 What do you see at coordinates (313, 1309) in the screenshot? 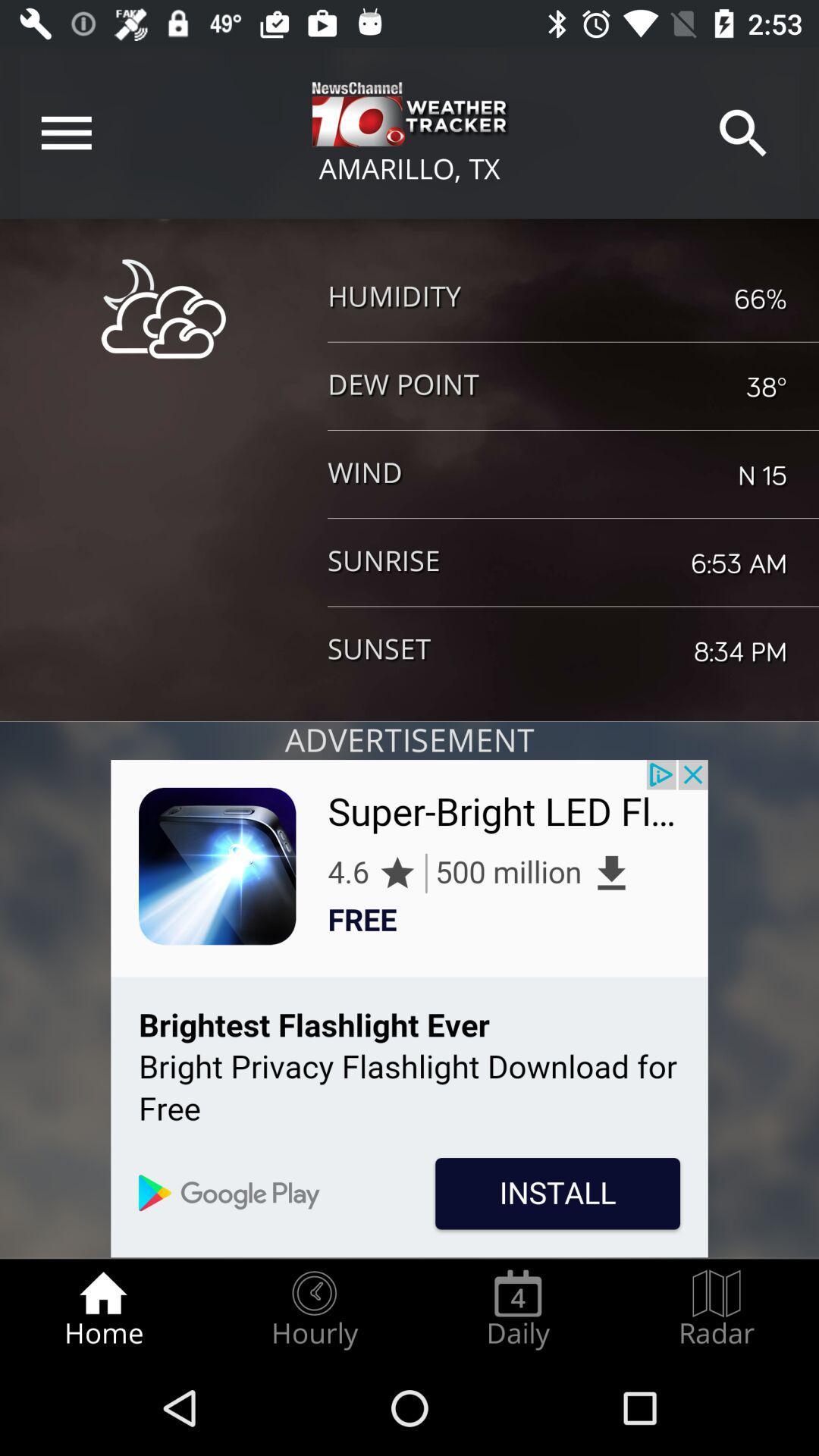
I see `radio button next to the home icon` at bounding box center [313, 1309].